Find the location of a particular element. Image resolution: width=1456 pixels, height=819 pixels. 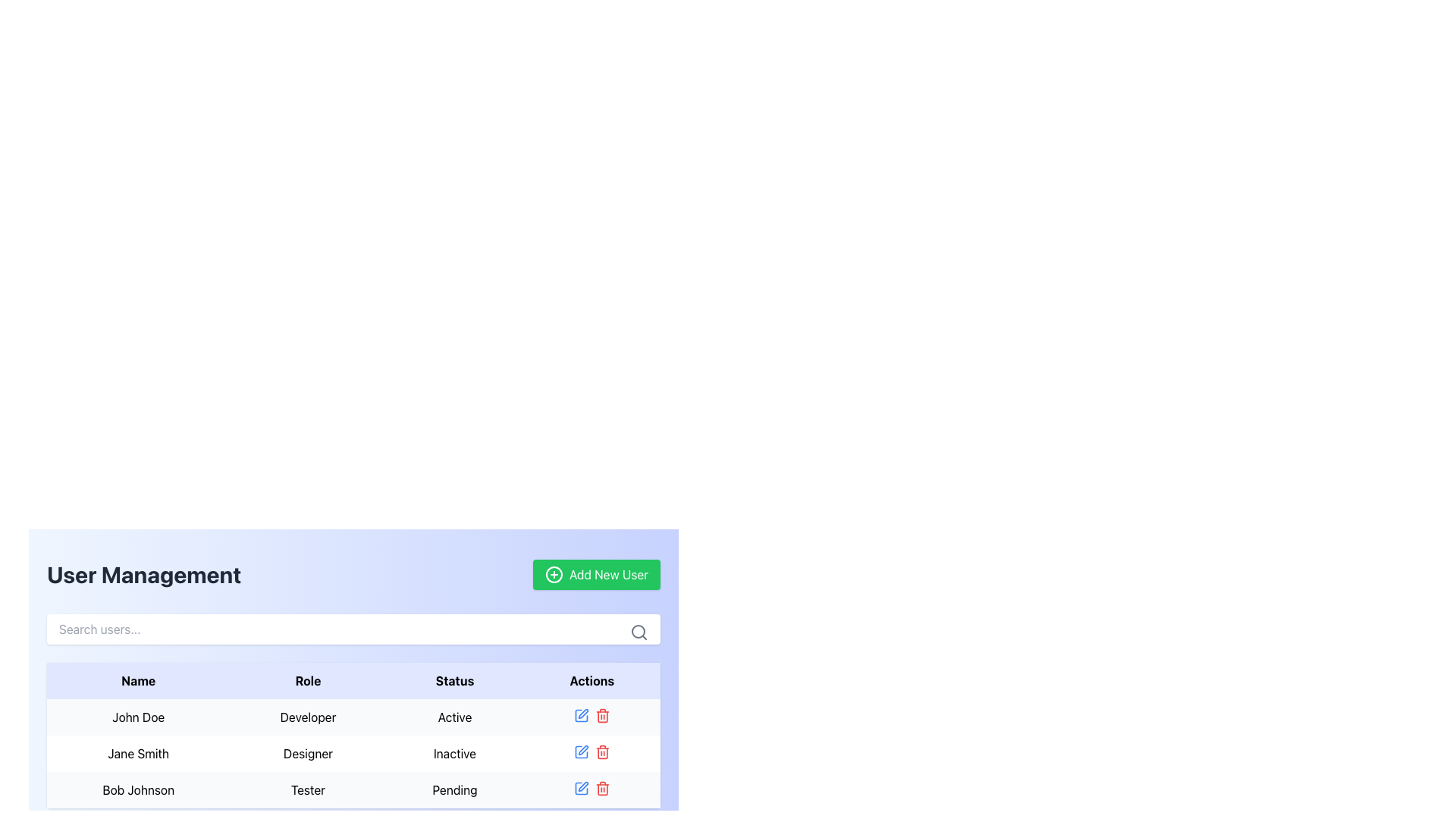

the user name text element located in the 'Name' column of the user management table is located at coordinates (138, 717).